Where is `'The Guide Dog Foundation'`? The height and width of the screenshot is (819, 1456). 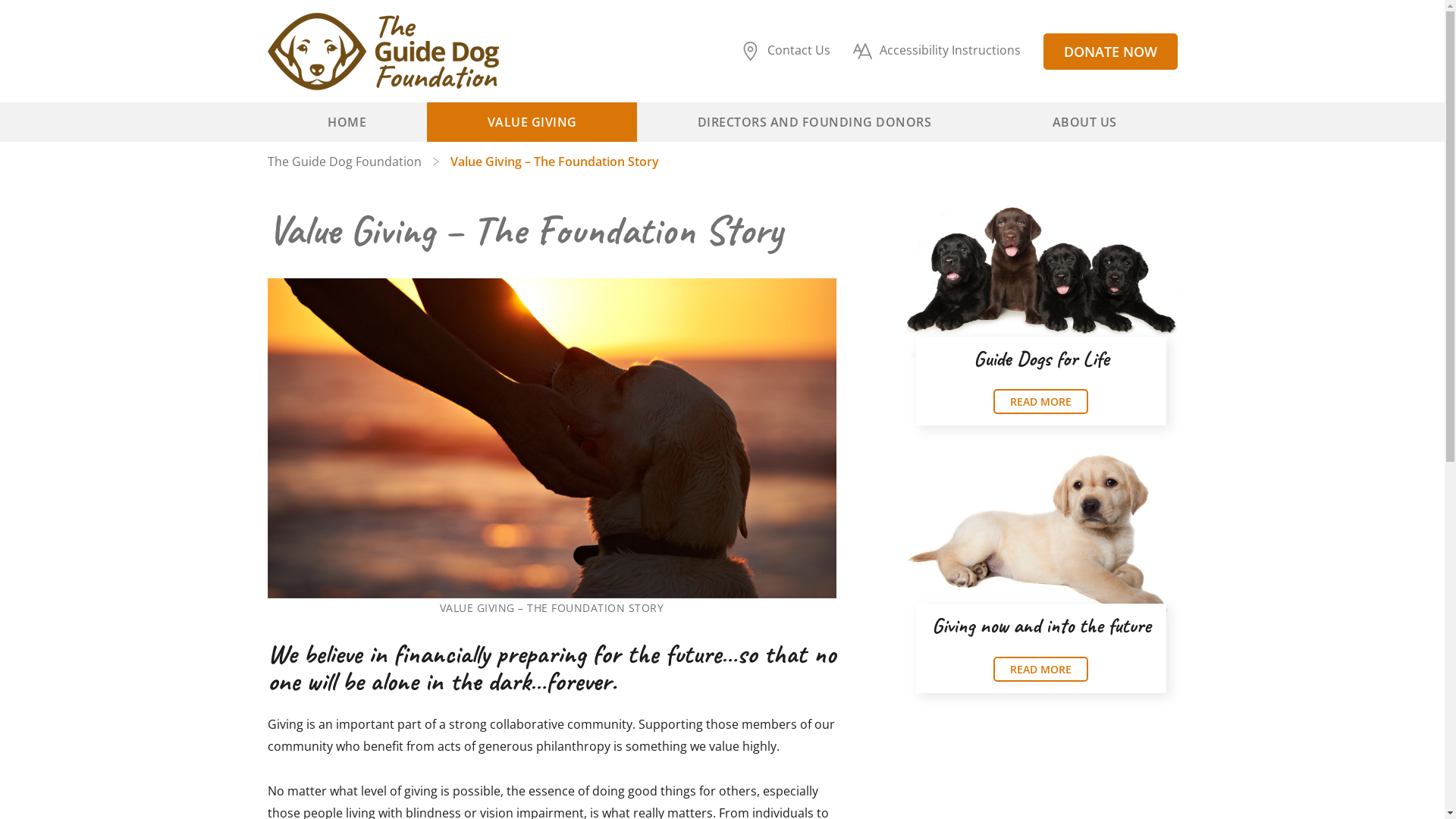 'The Guide Dog Foundation' is located at coordinates (382, 50).